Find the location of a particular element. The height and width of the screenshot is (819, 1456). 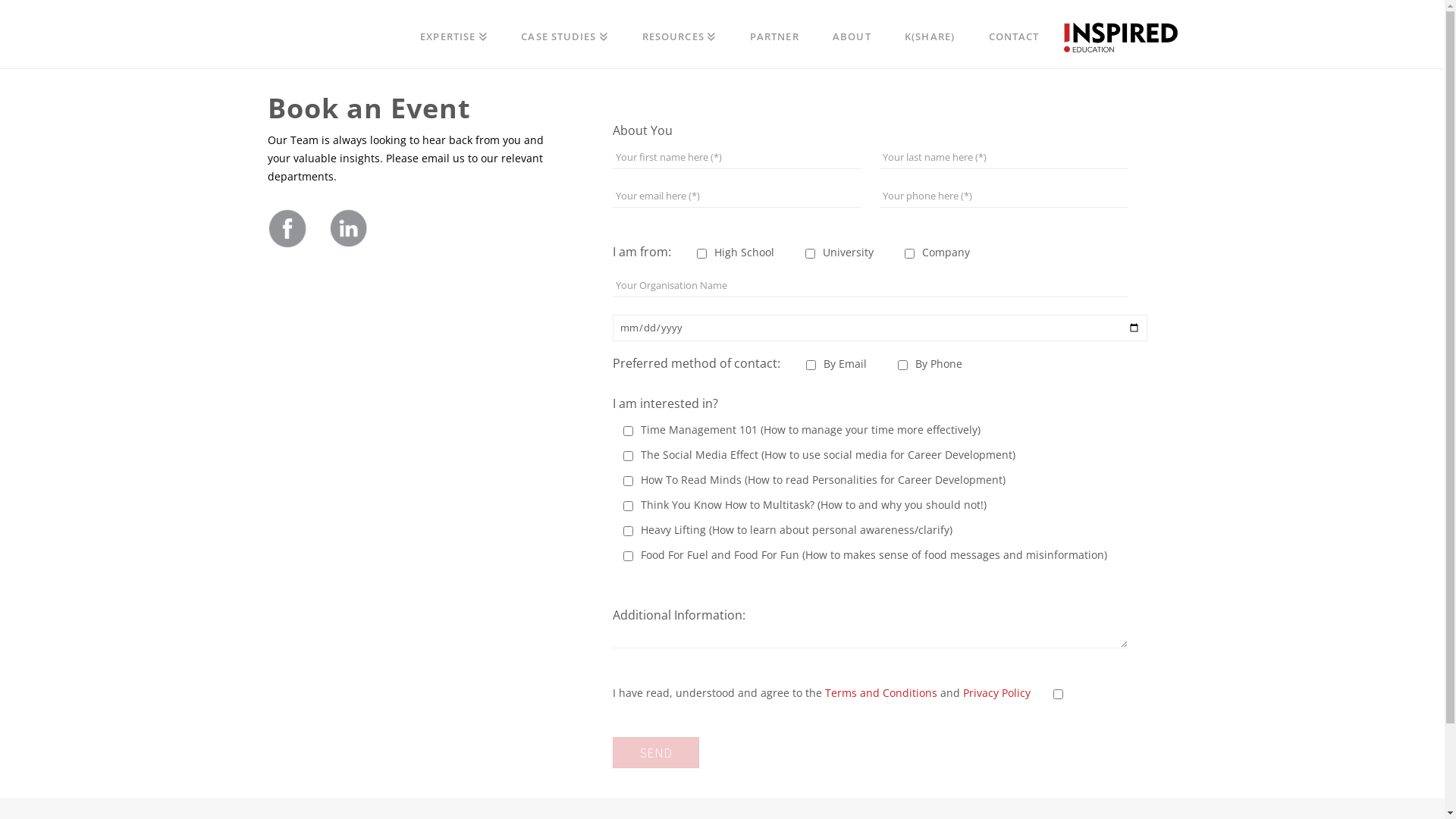

'CASE STUDIES' is located at coordinates (504, 34).